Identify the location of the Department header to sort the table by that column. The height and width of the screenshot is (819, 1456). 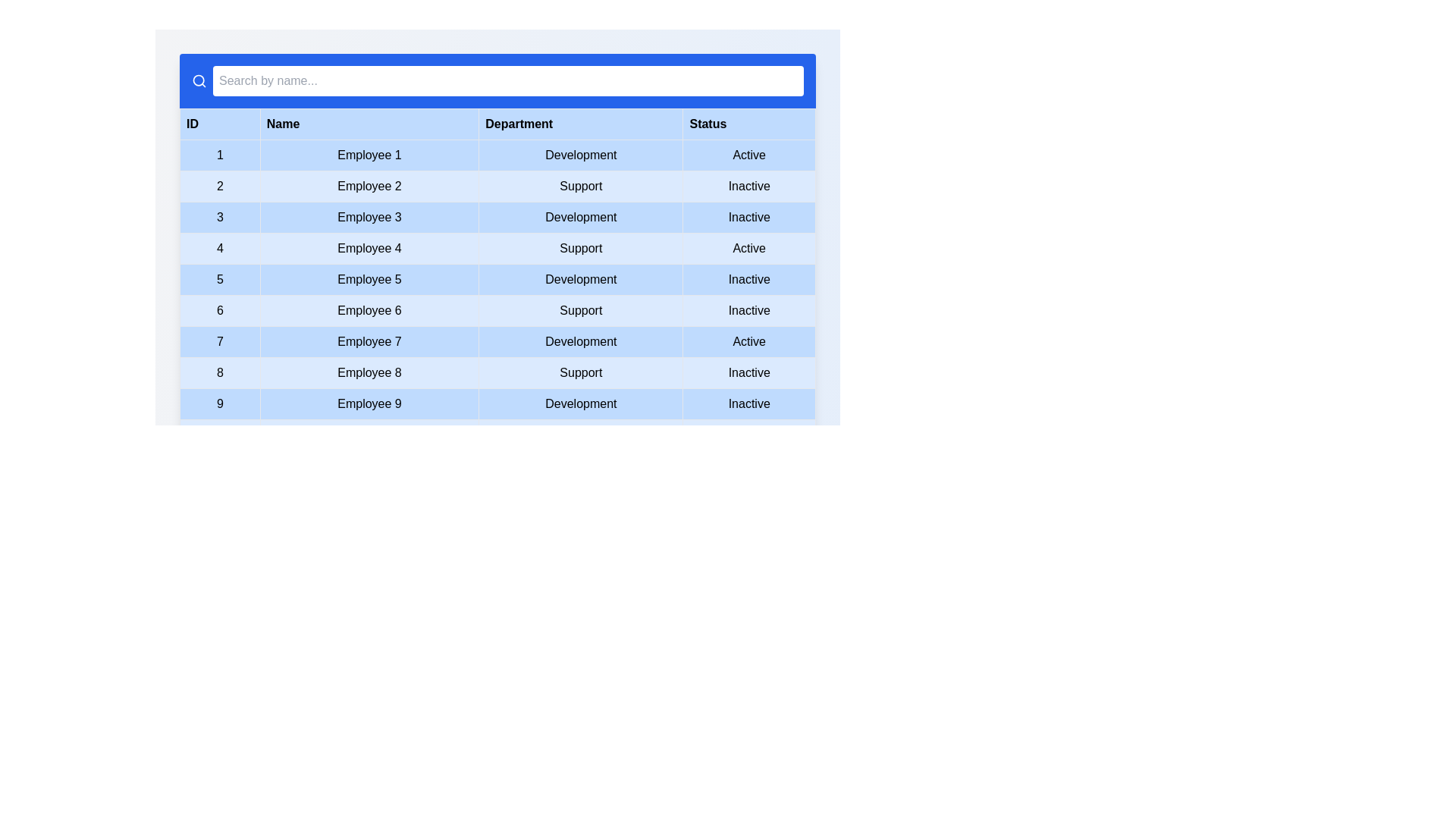
(580, 124).